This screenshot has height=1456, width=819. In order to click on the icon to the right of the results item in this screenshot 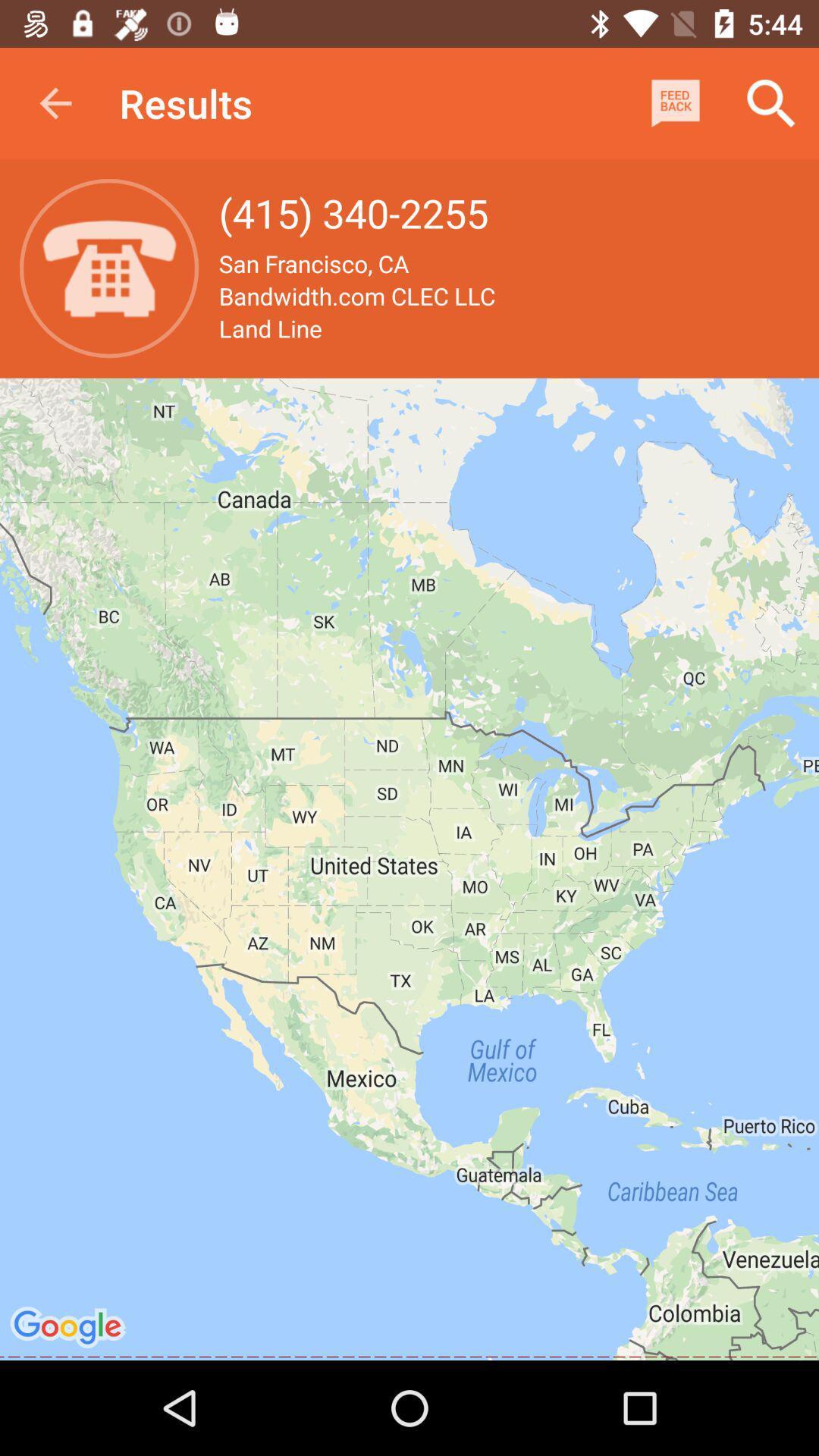, I will do `click(675, 102)`.